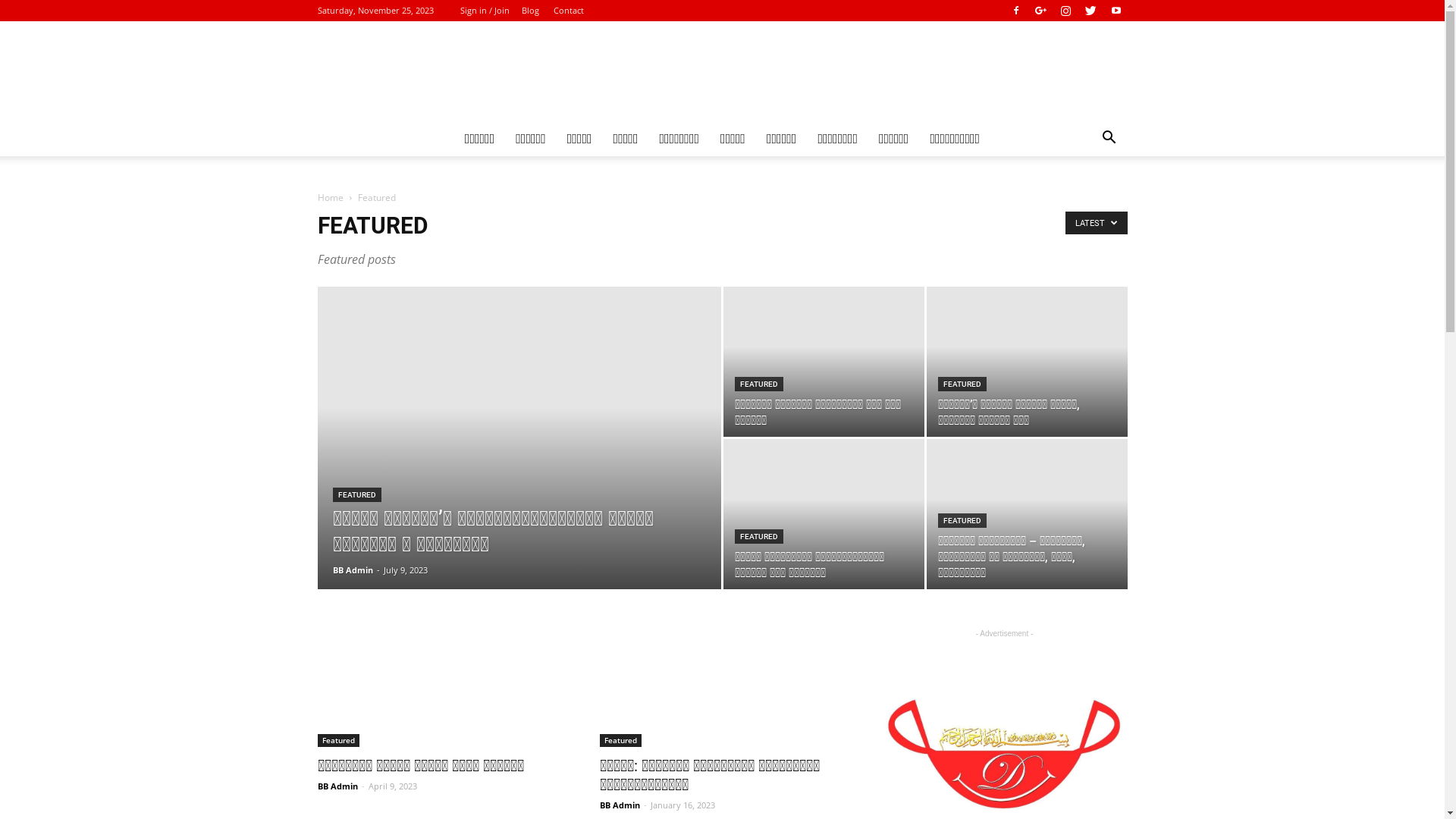 This screenshot has height=819, width=1456. Describe the element at coordinates (356, 494) in the screenshot. I see `'FEATURED'` at that location.